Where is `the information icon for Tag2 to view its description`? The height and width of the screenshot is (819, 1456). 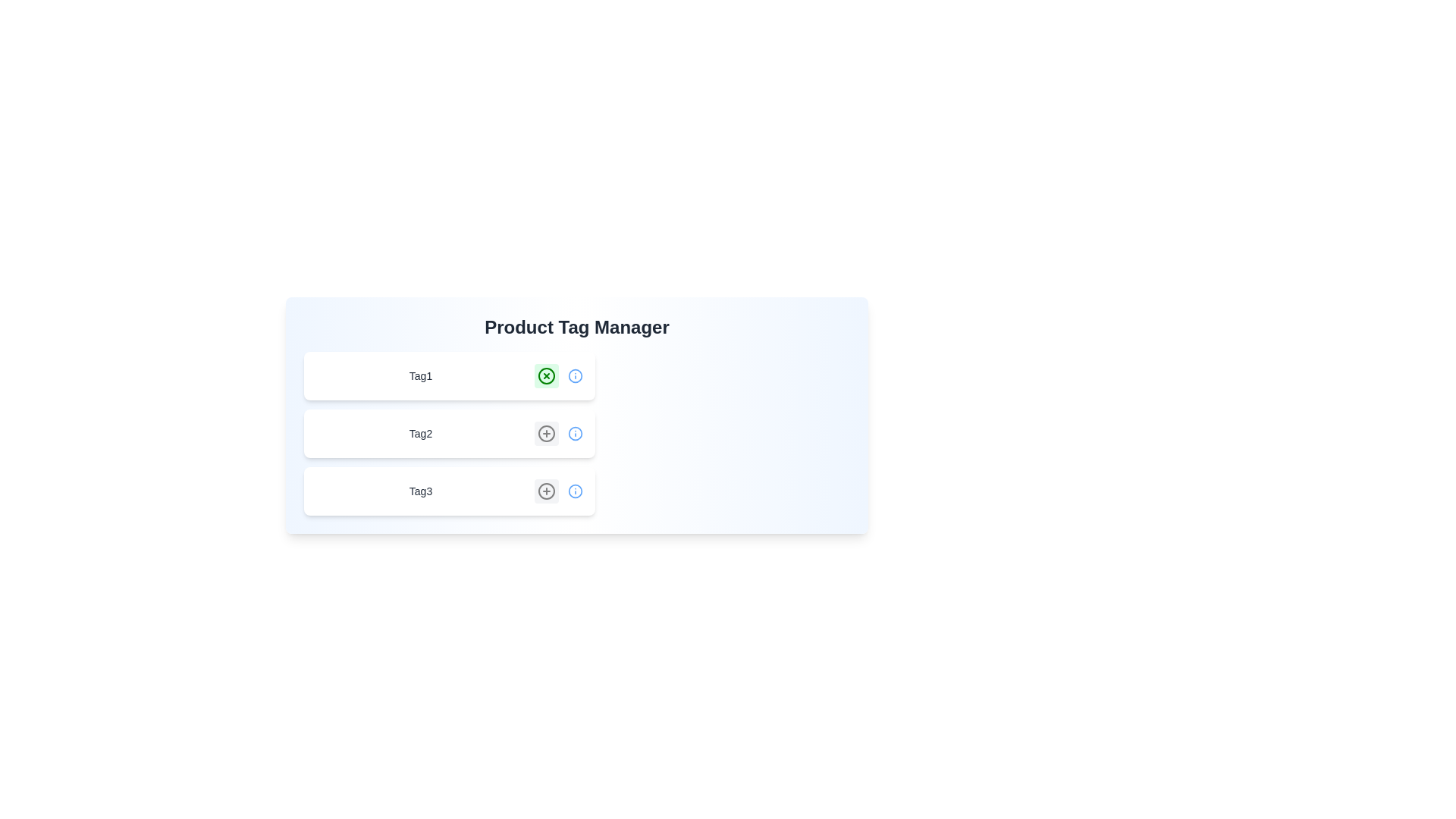 the information icon for Tag2 to view its description is located at coordinates (574, 433).